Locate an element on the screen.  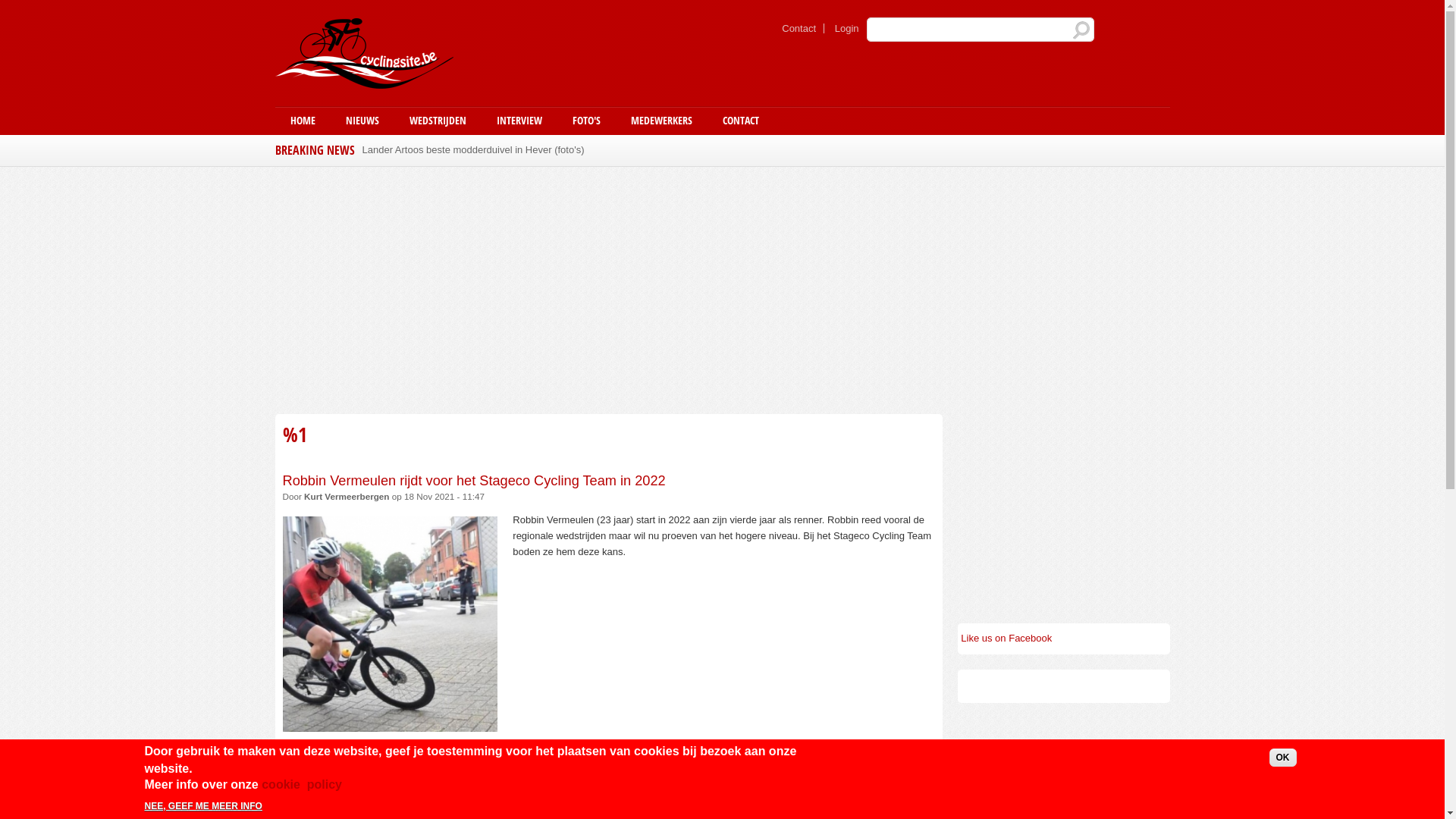
'Overslaan en naar de inhoud gaan' is located at coordinates (676, 2).